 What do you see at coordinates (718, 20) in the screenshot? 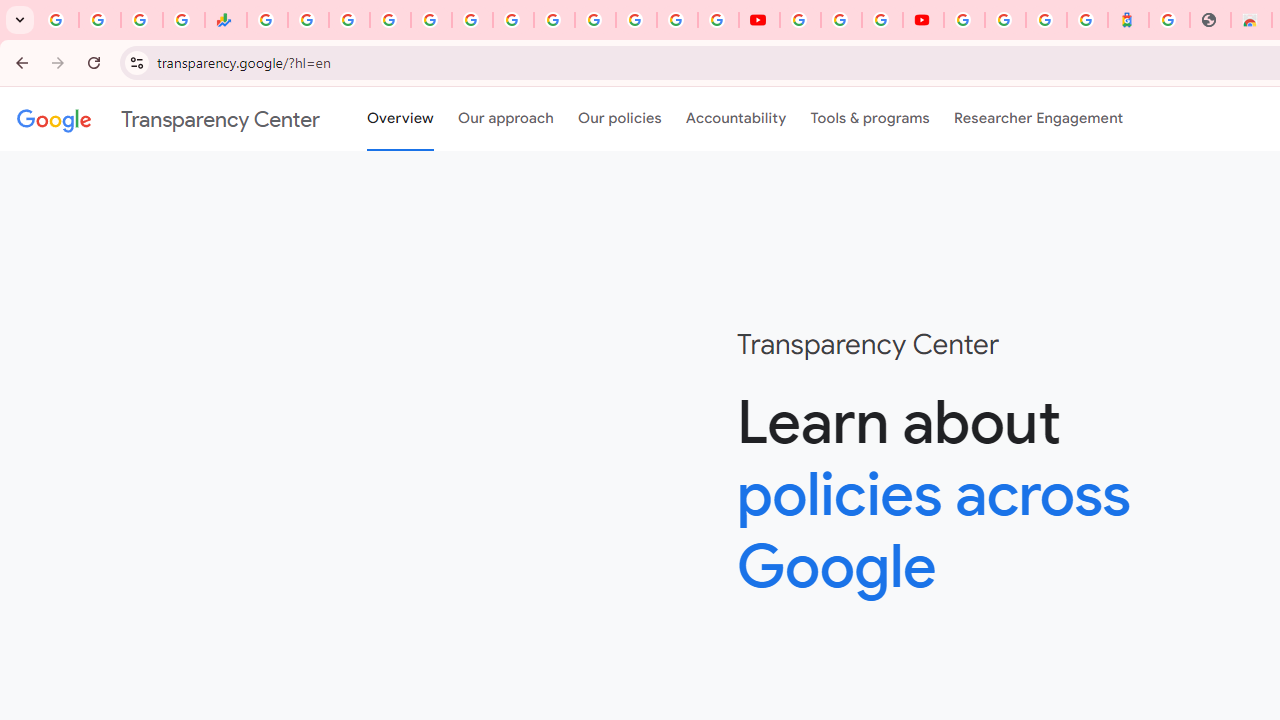
I see `'Privacy Checkup'` at bounding box center [718, 20].